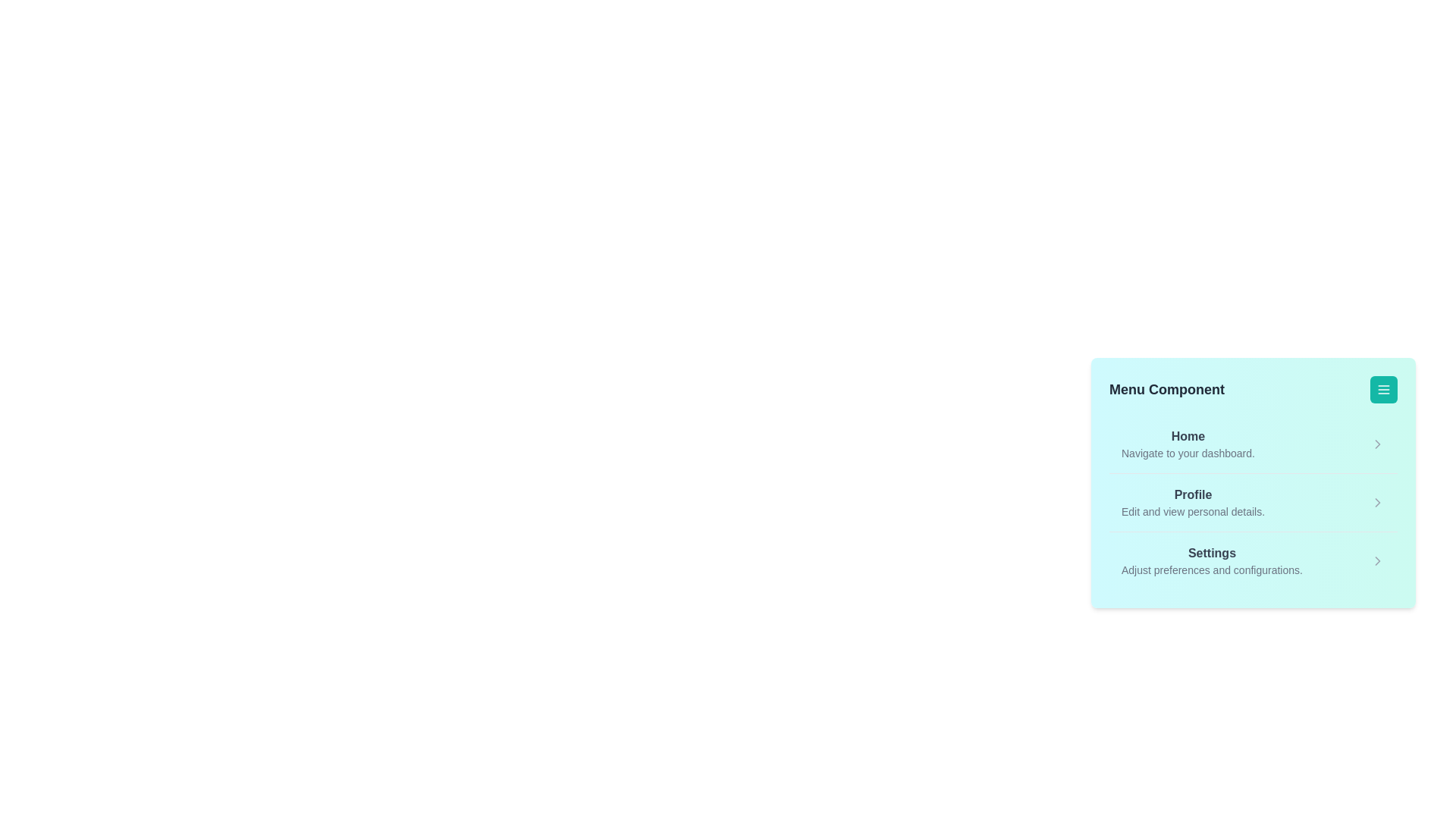 The height and width of the screenshot is (819, 1456). Describe the element at coordinates (1378, 444) in the screenshot. I see `arrow icon next to the menu item labeled Home` at that location.